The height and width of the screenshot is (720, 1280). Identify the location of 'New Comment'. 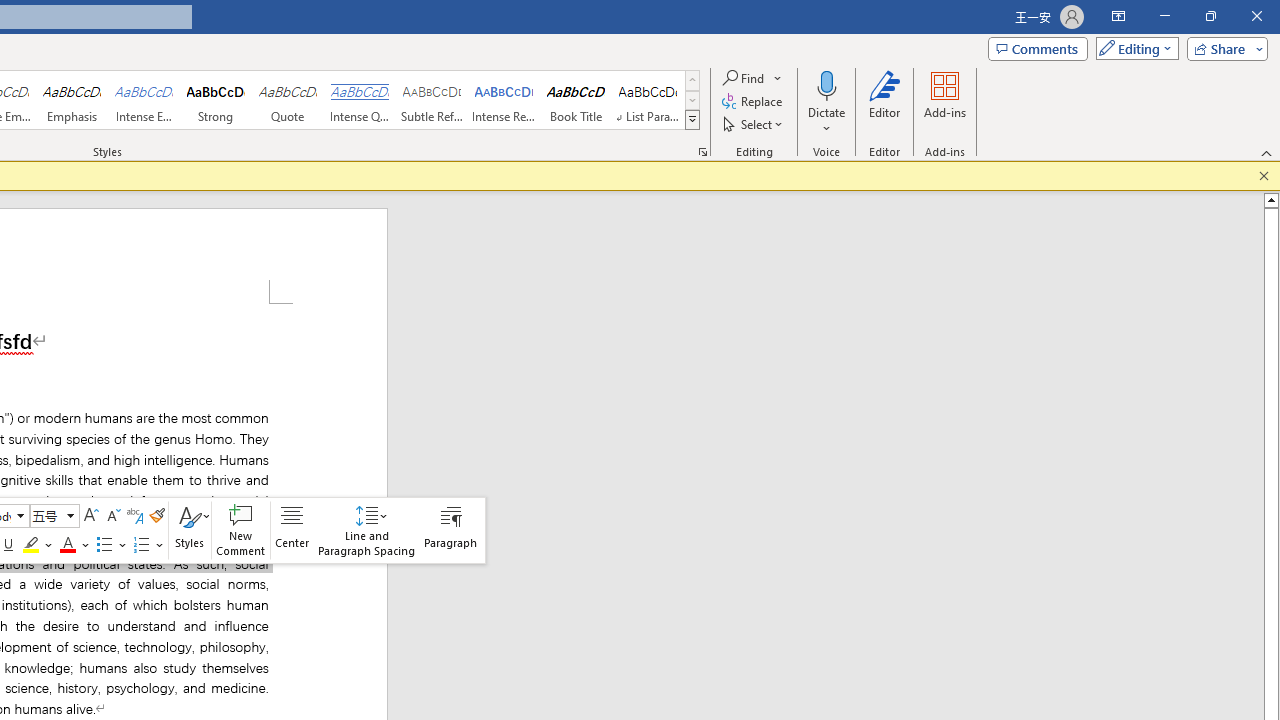
(240, 529).